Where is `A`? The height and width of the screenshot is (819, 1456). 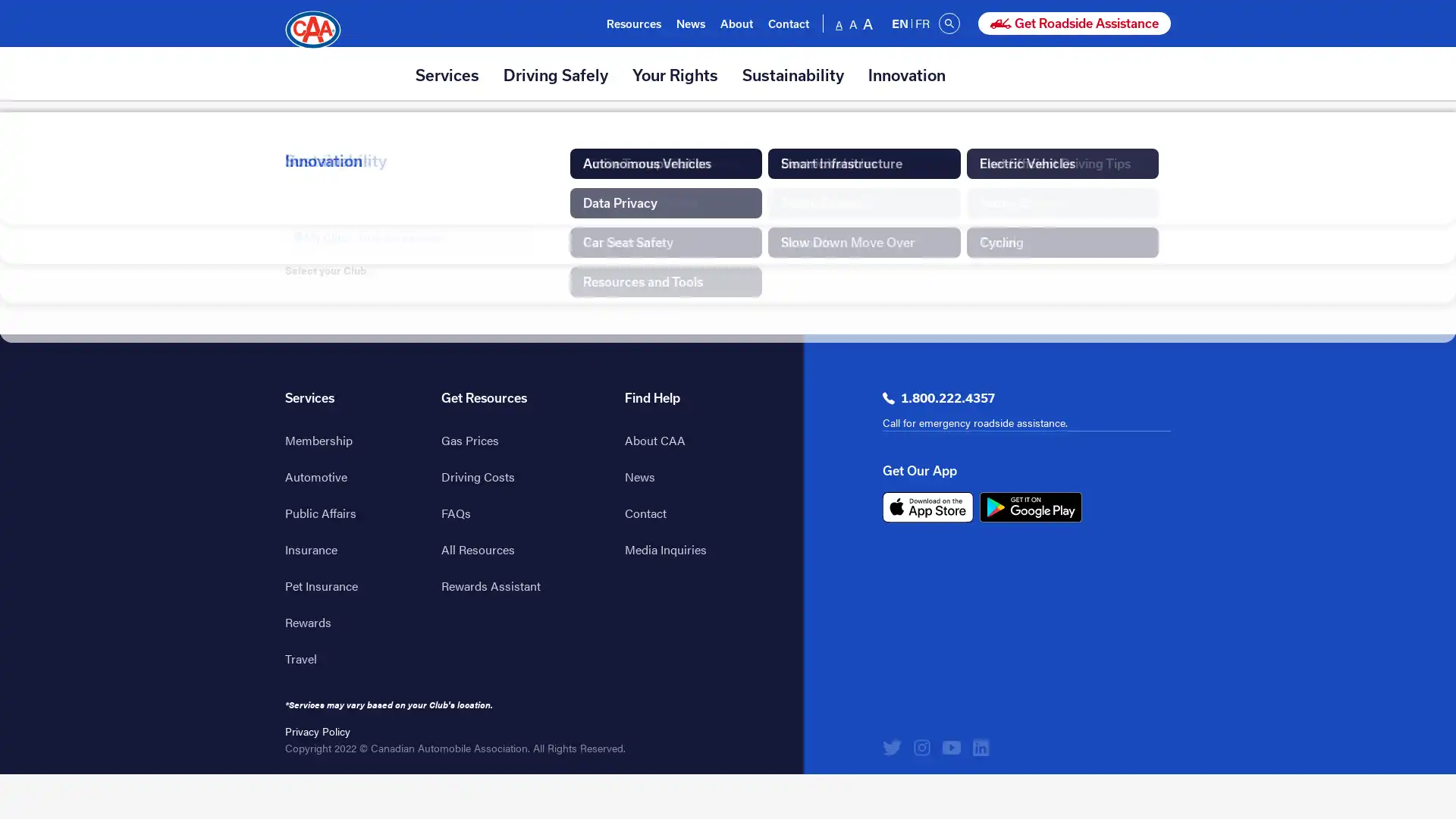
A is located at coordinates (852, 23).